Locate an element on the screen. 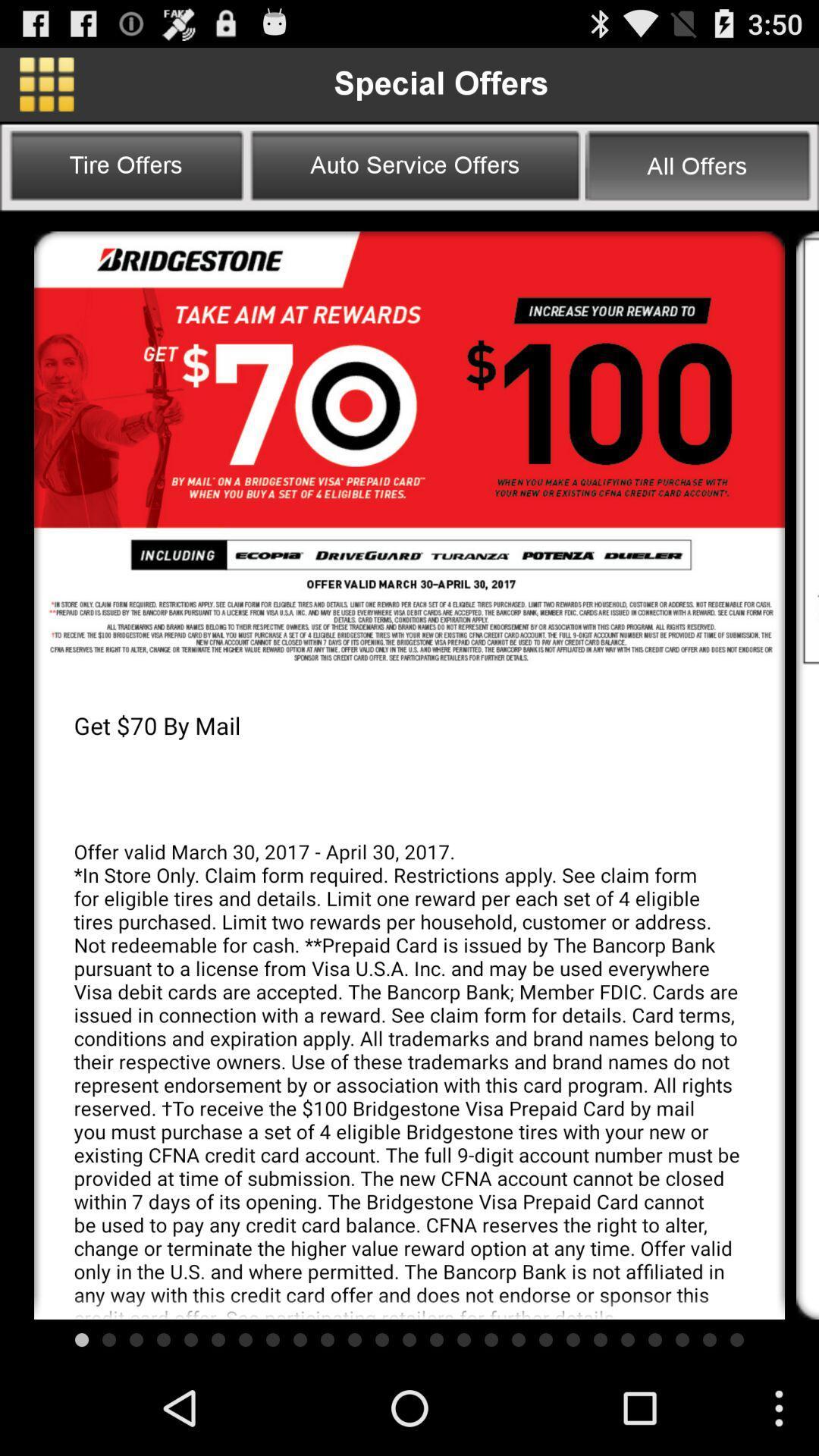 This screenshot has height=1456, width=819. next page is located at coordinates (806, 450).